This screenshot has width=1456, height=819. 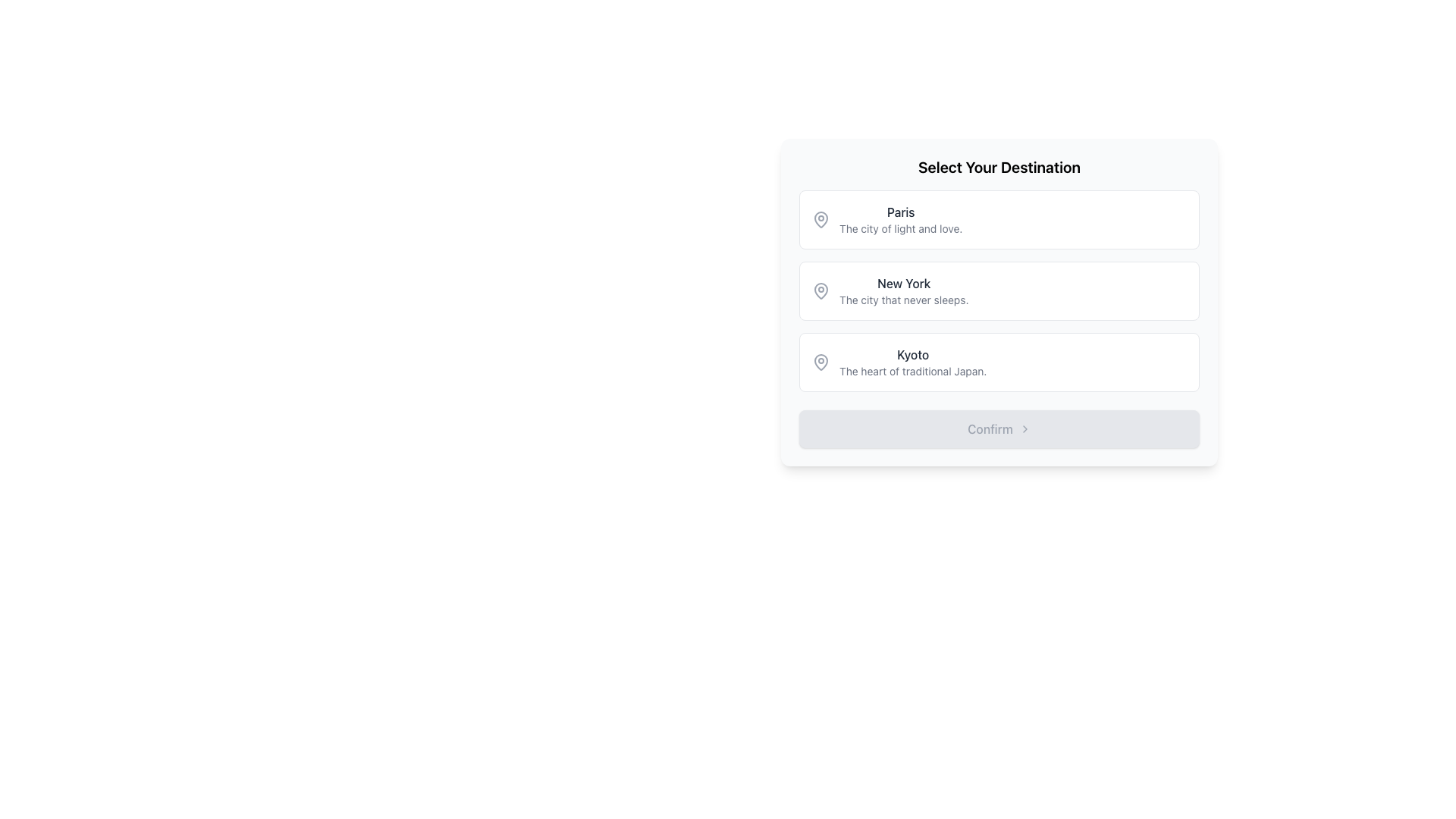 What do you see at coordinates (901, 219) in the screenshot?
I see `text displayed for the option labeled 'Paris' with the tagline 'The city of light and love.'` at bounding box center [901, 219].